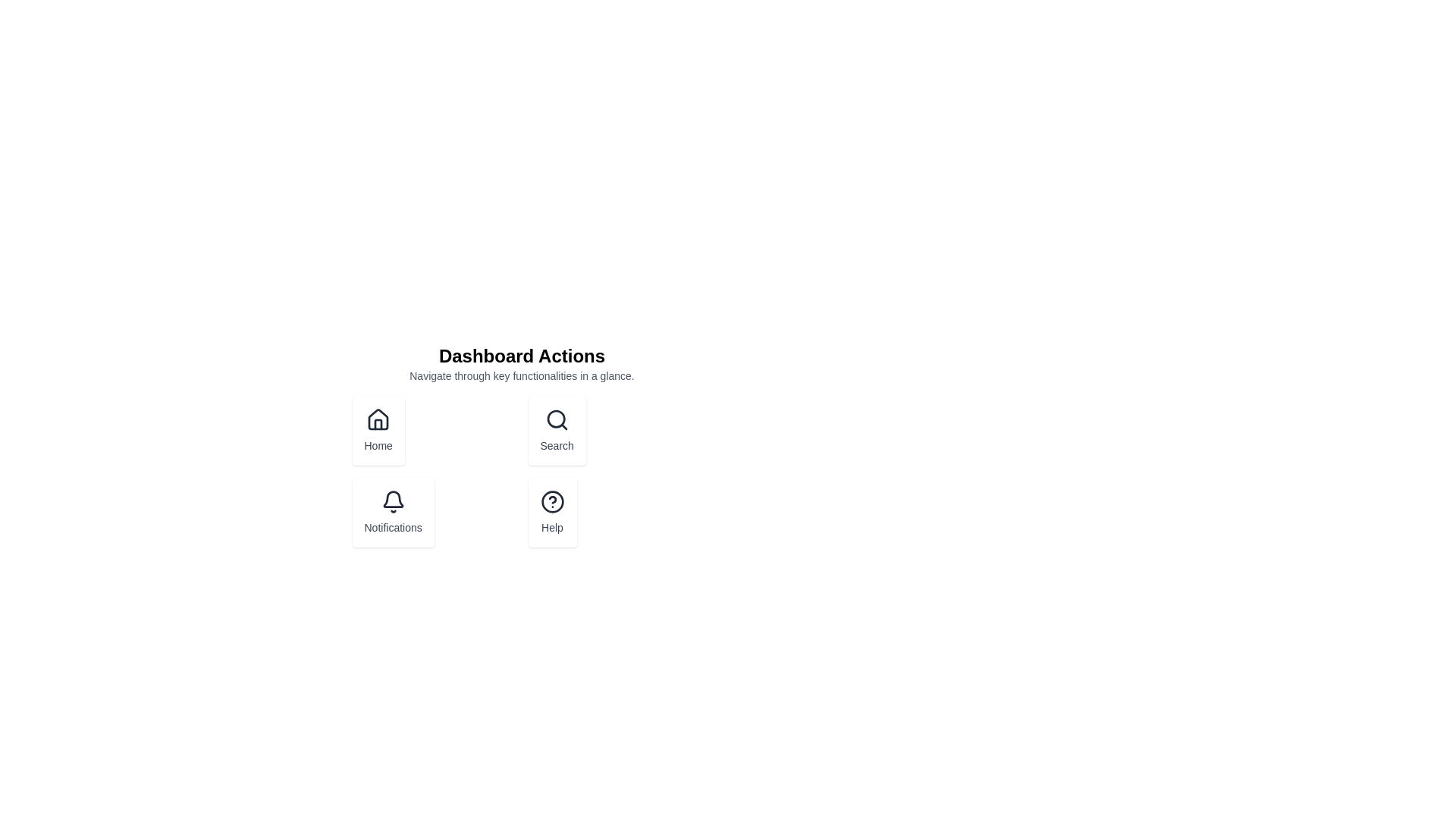 Image resolution: width=1456 pixels, height=819 pixels. I want to click on the house icon in the 'Dashboard Actions' section, so click(378, 420).